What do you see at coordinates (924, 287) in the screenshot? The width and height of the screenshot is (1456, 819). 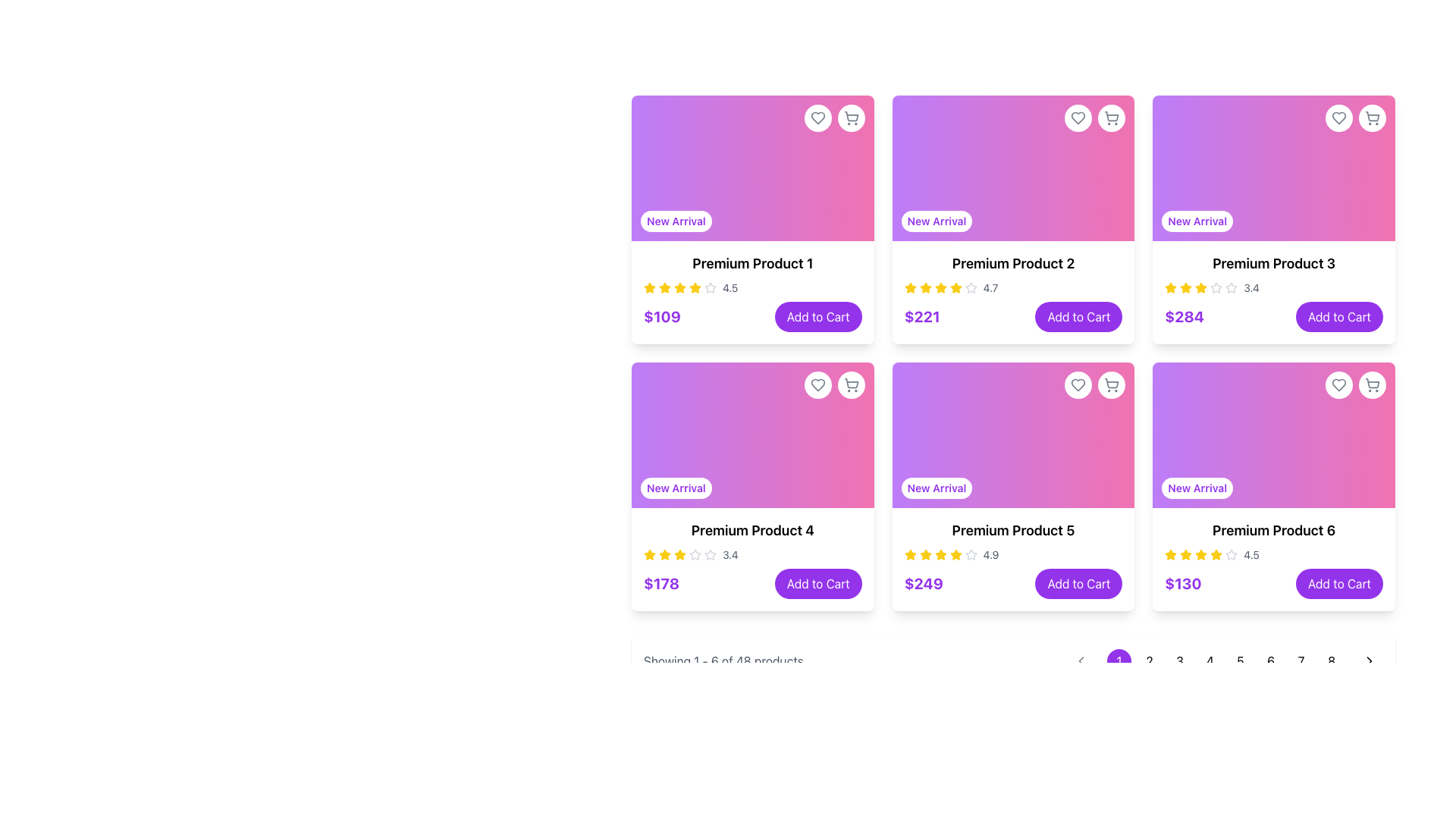 I see `second star icon in the rating system for 'Premium Product 2', which is located in the second row, first column of the grid, to analyze its position relative to other stars` at bounding box center [924, 287].